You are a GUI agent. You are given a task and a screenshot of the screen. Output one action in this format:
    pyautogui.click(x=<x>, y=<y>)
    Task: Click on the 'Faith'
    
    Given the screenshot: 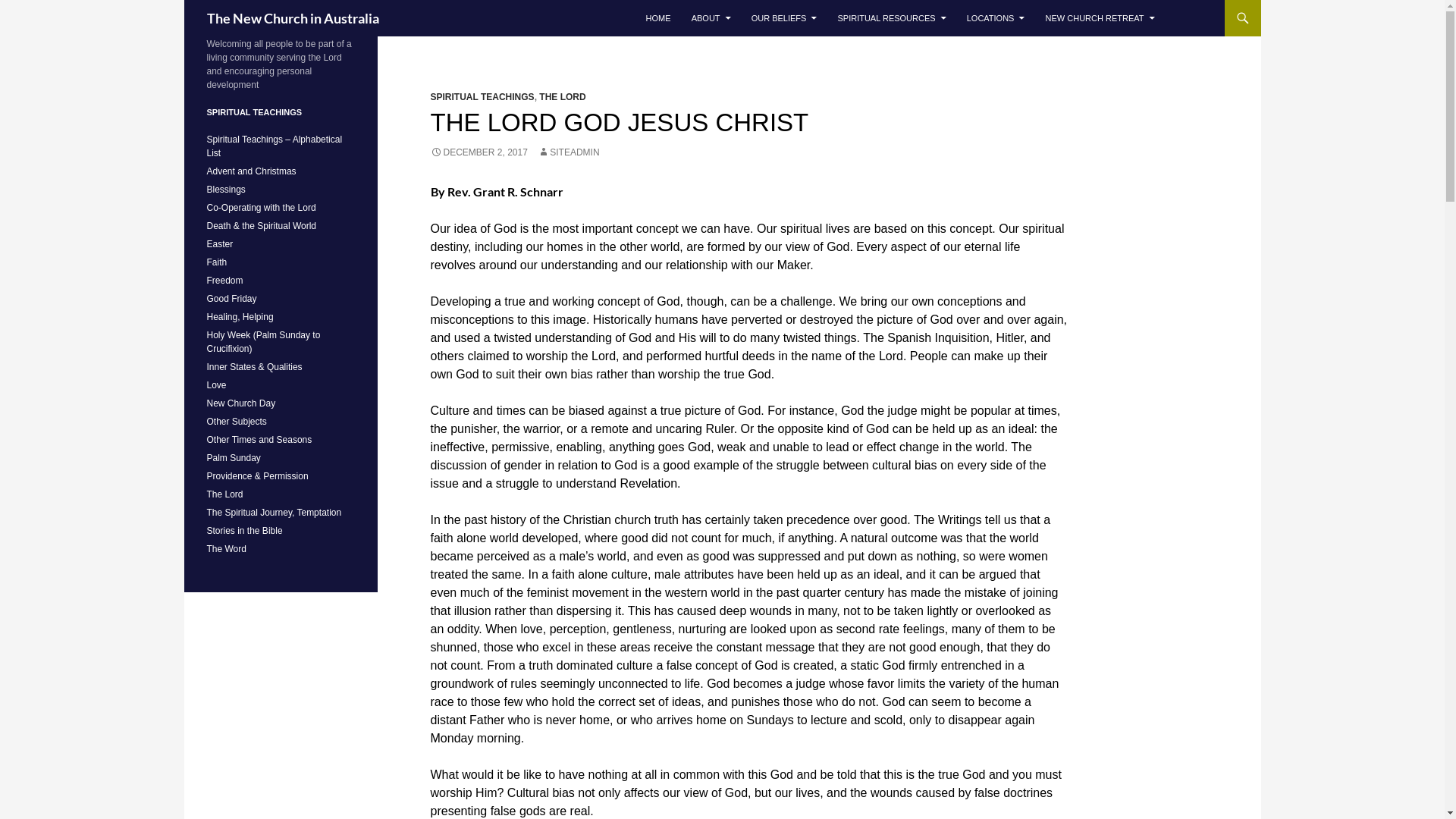 What is the action you would take?
    pyautogui.click(x=215, y=262)
    